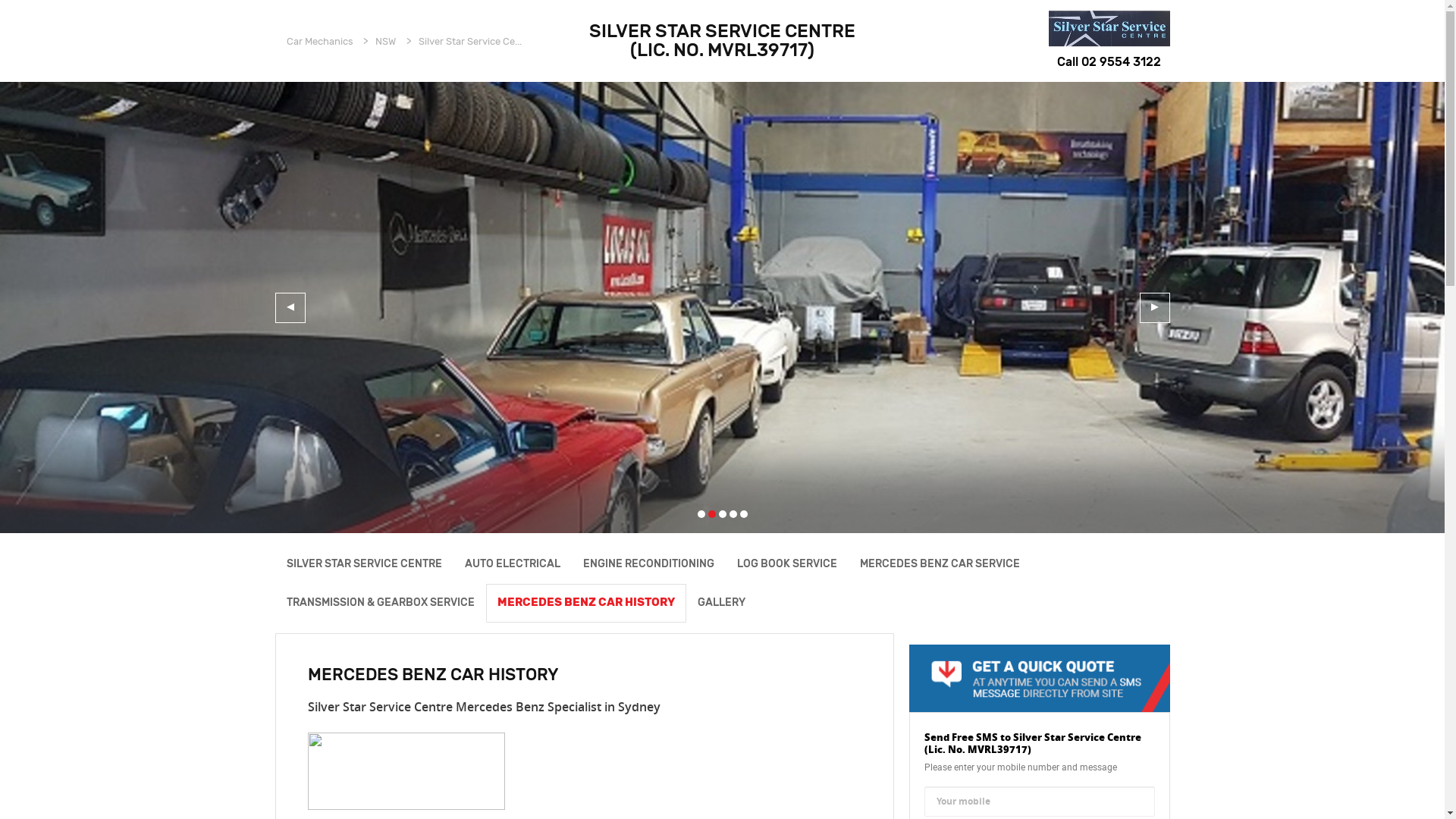 Image resolution: width=1456 pixels, height=819 pixels. I want to click on 'AUTO ELECTRICAL', so click(513, 564).